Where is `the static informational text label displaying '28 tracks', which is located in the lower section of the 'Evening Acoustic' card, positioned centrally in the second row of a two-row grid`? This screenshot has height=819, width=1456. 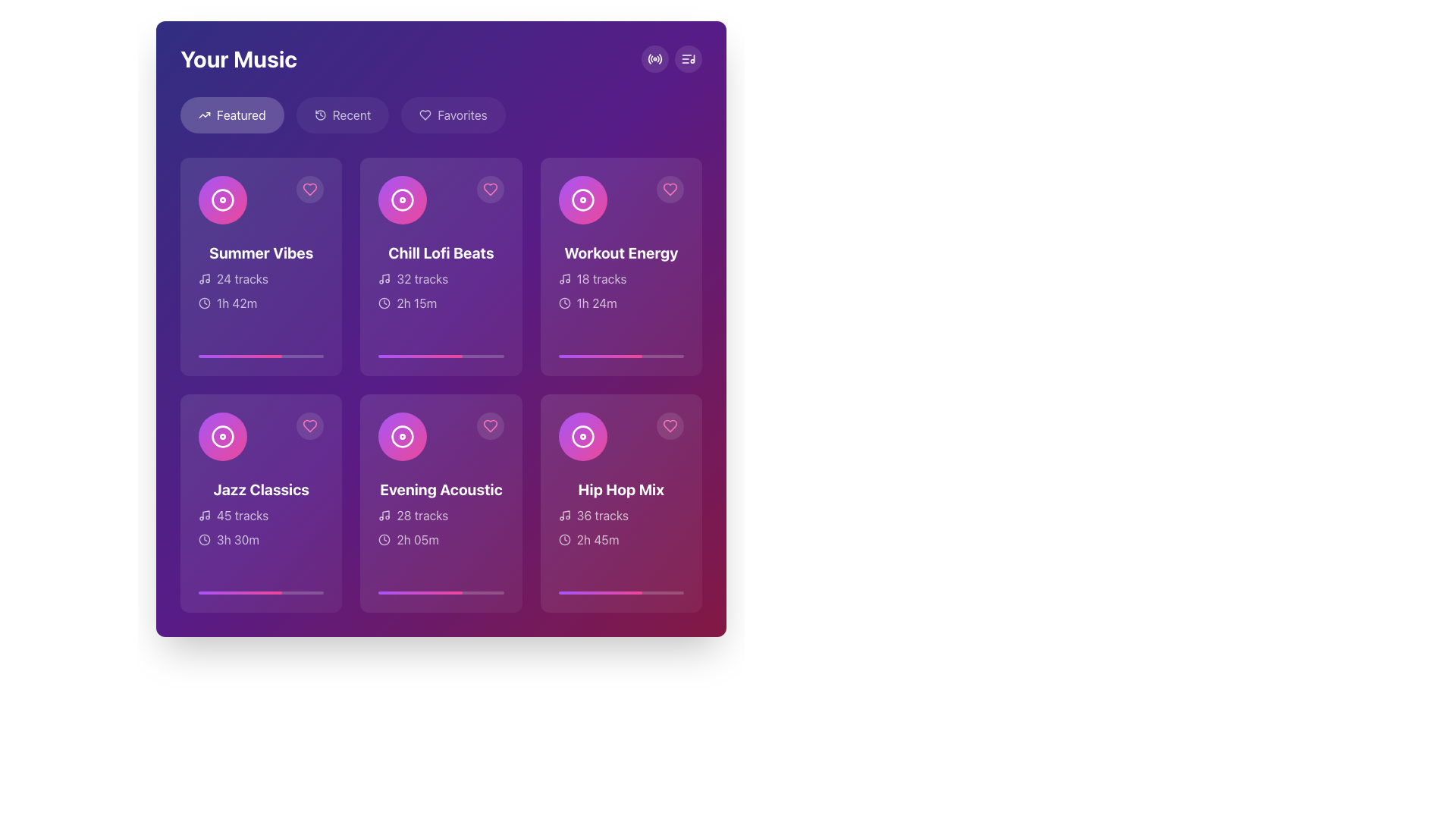 the static informational text label displaying '28 tracks', which is located in the lower section of the 'Evening Acoustic' card, positioned centrally in the second row of a two-row grid is located at coordinates (440, 514).